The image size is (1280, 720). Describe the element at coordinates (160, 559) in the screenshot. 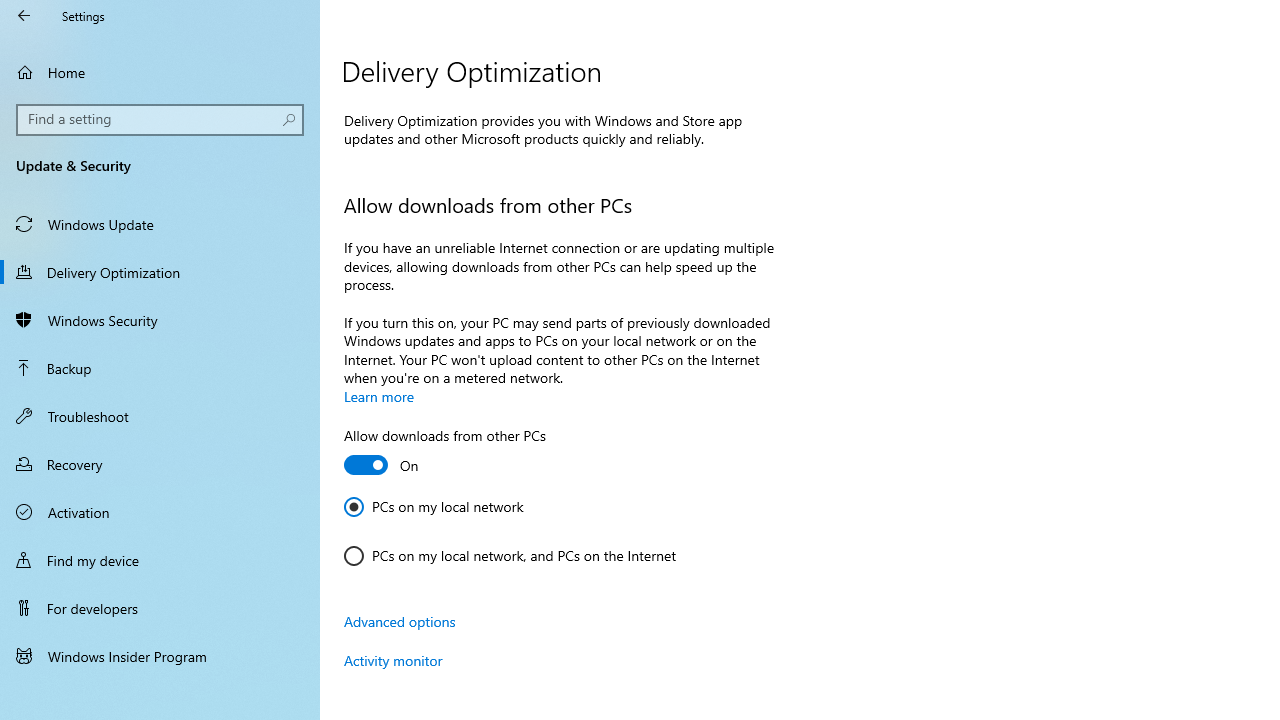

I see `'Find my device'` at that location.